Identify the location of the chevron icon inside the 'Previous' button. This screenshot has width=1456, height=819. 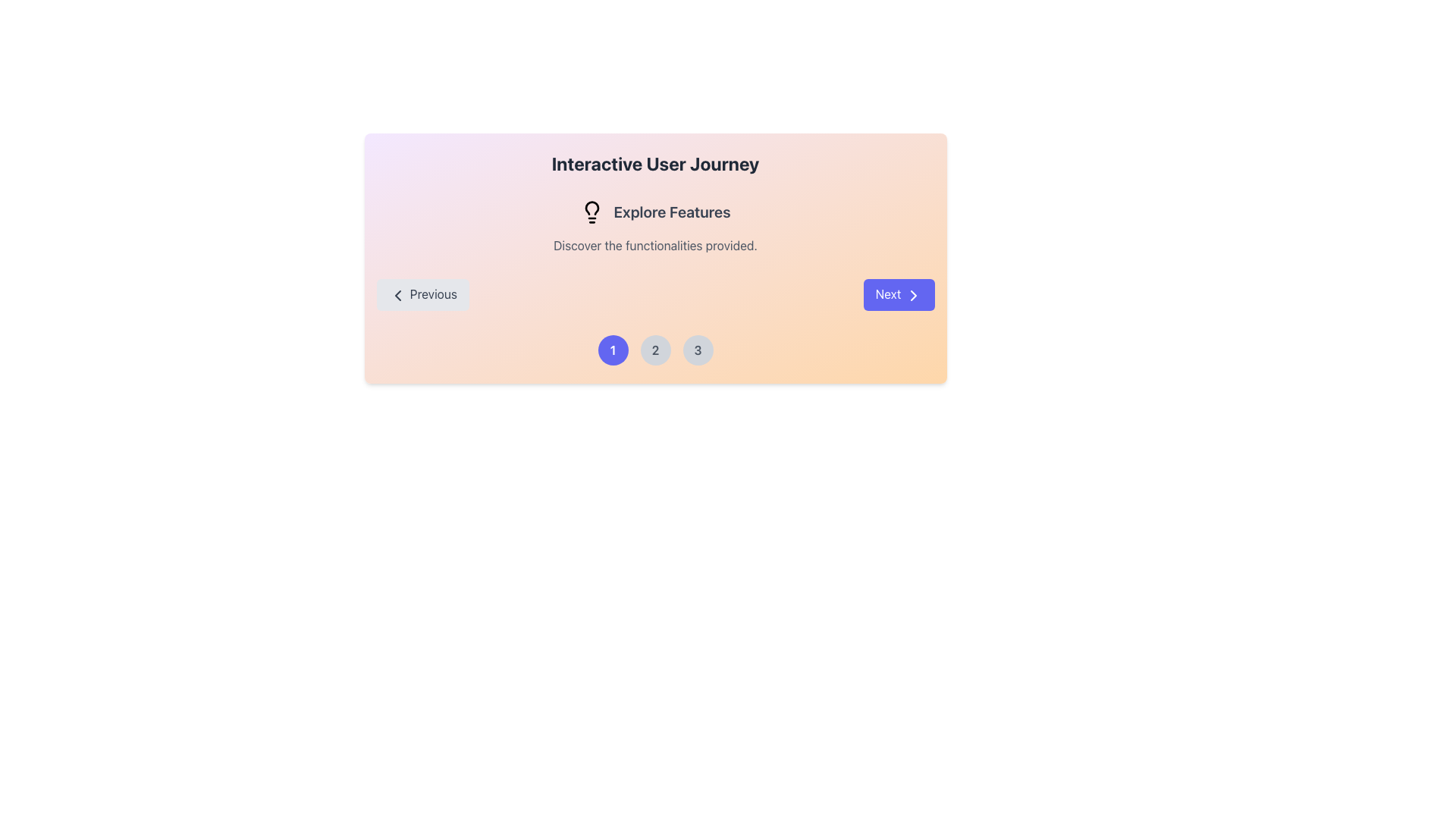
(397, 295).